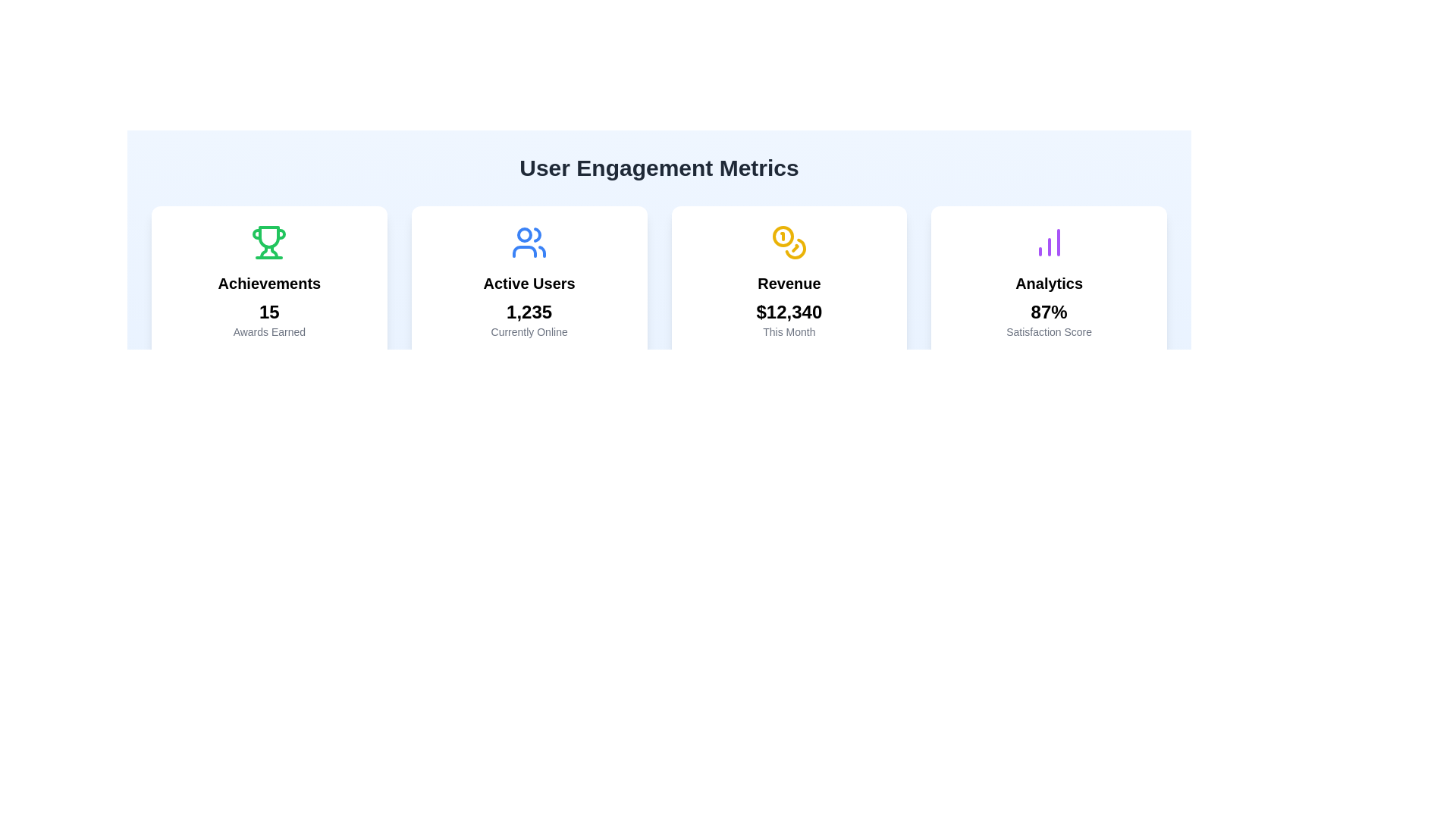 Image resolution: width=1456 pixels, height=819 pixels. I want to click on or click the right-side detail of the trophy icon in the 'Achievements' card of the 'User Engagement Metrics' section, so click(275, 251).